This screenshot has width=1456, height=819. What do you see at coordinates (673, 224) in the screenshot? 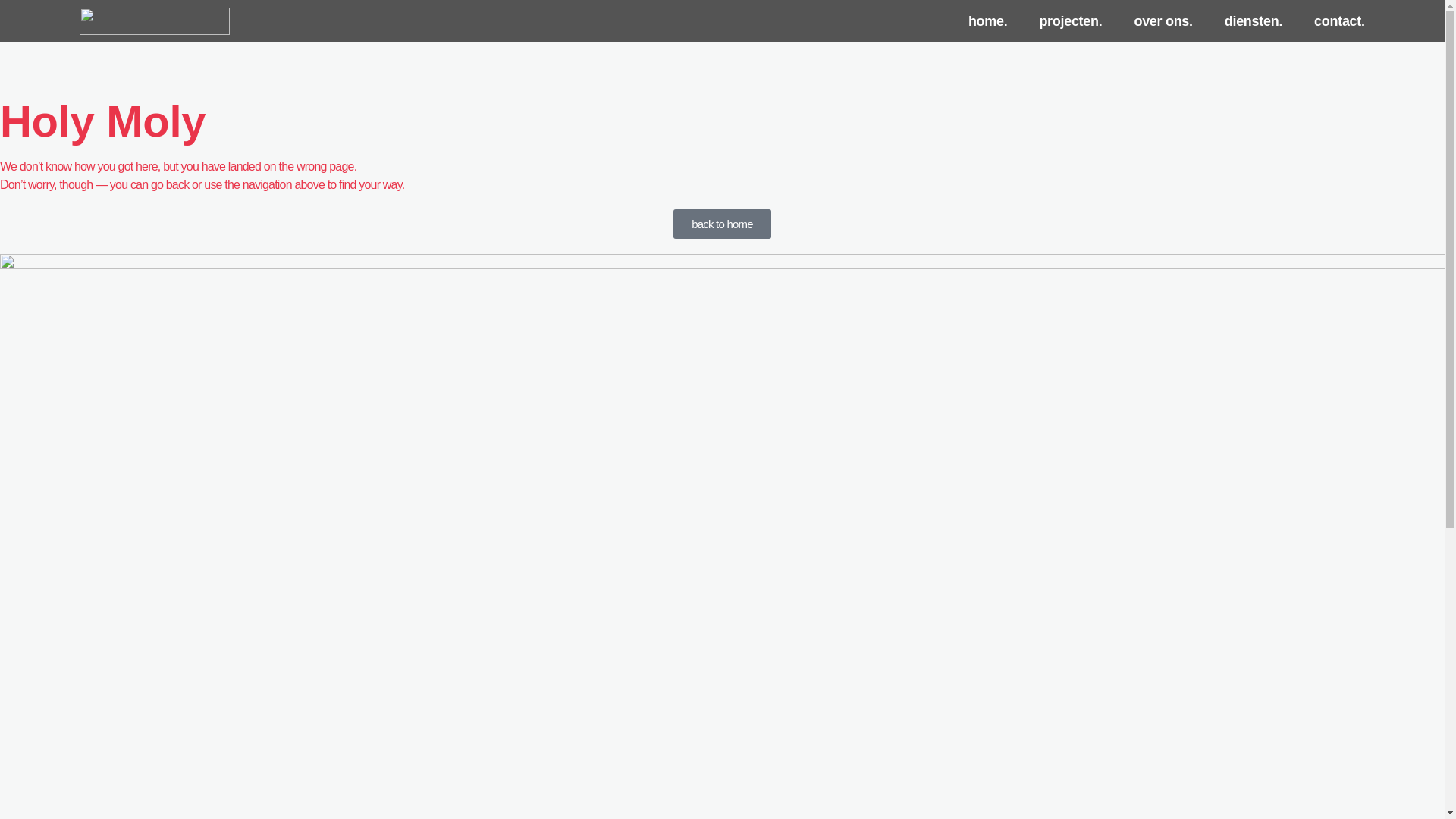
I see `'back to home'` at bounding box center [673, 224].